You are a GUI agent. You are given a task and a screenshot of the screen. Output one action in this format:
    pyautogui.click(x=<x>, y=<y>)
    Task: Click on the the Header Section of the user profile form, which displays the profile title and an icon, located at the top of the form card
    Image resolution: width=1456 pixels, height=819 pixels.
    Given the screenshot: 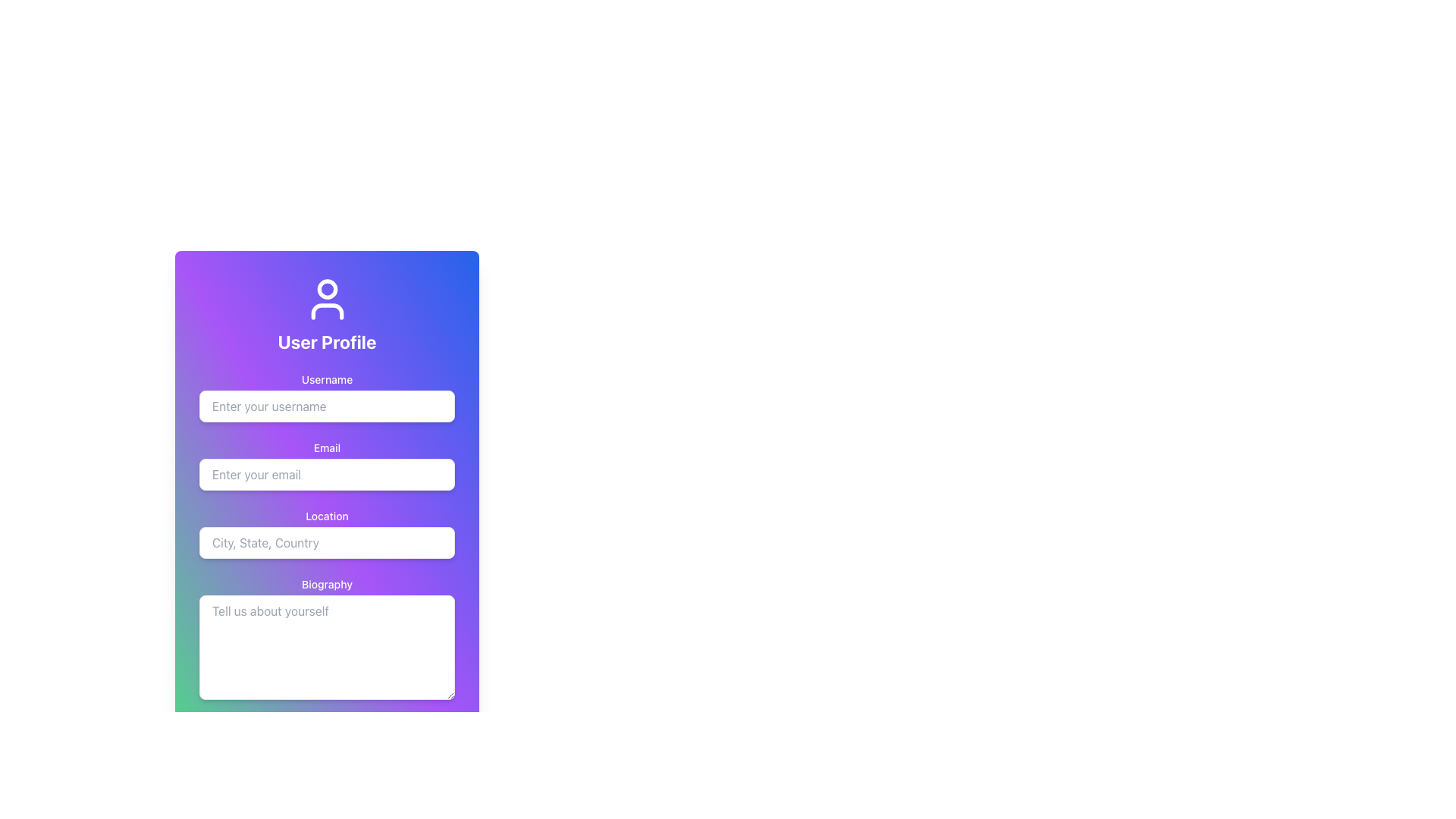 What is the action you would take?
    pyautogui.click(x=326, y=314)
    